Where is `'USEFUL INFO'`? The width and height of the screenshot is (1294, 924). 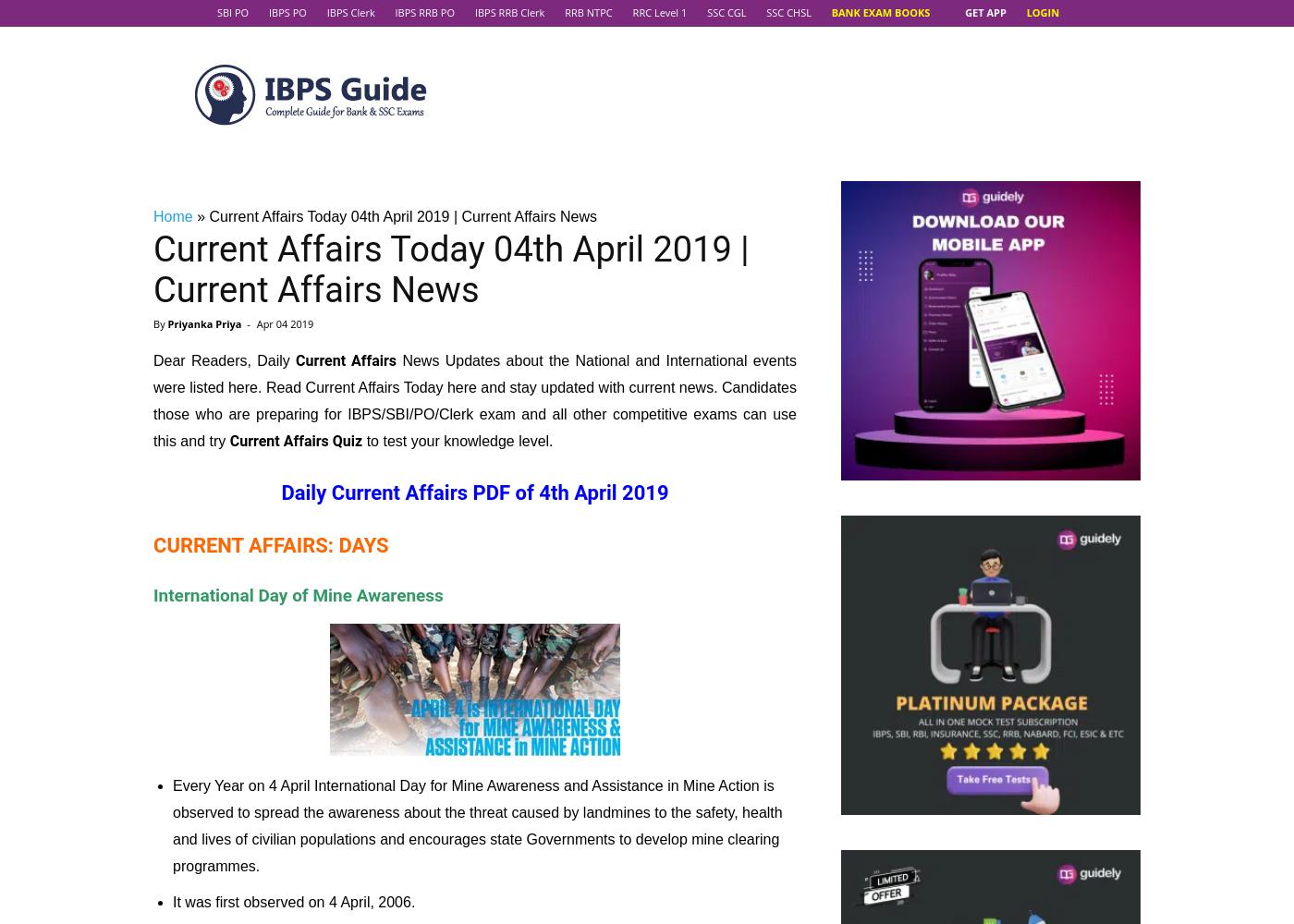
'USEFUL INFO' is located at coordinates (474, 506).